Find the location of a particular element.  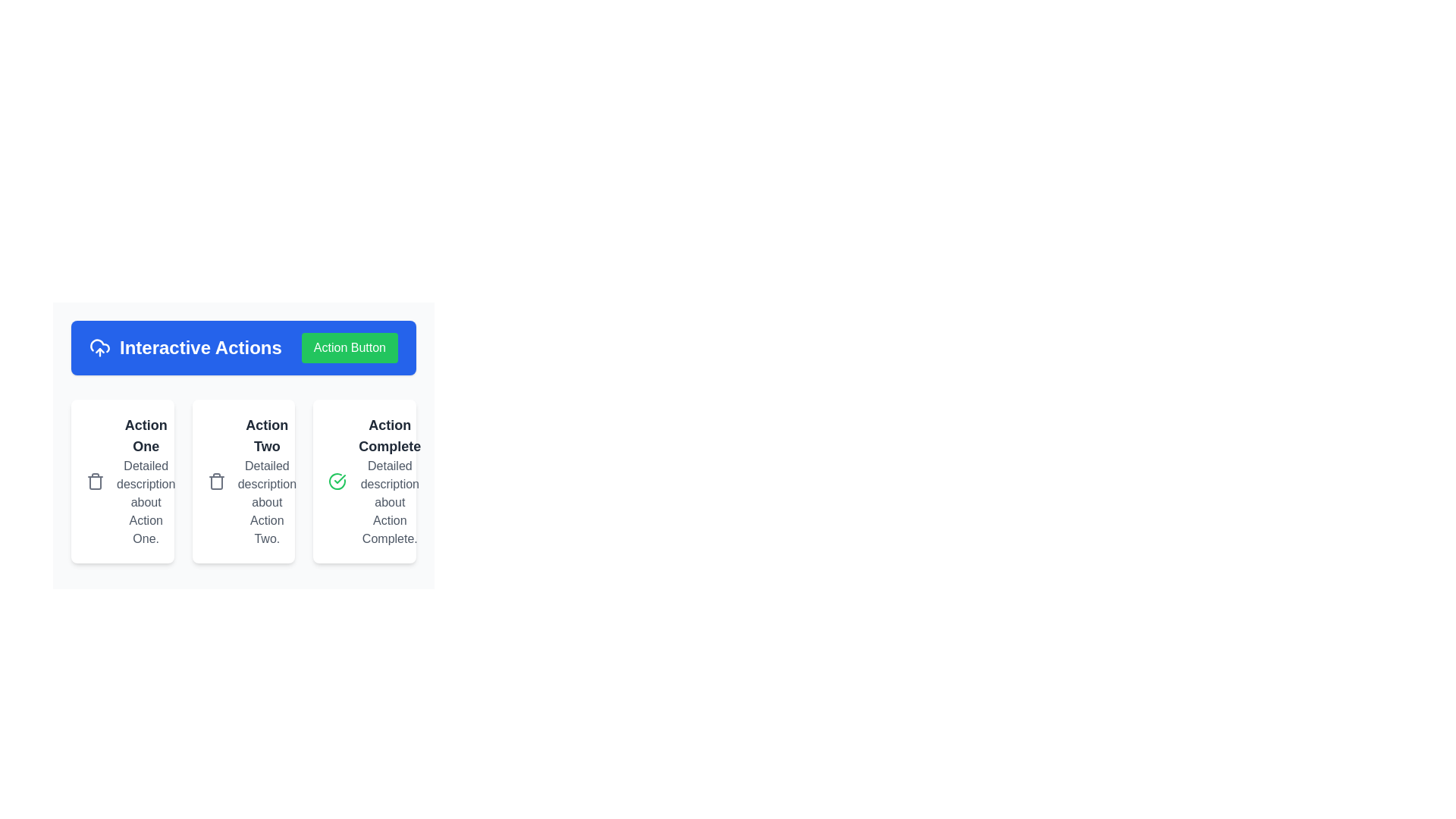

the trash can icon located in the top-left corner of the 'Action Two' card is located at coordinates (215, 482).